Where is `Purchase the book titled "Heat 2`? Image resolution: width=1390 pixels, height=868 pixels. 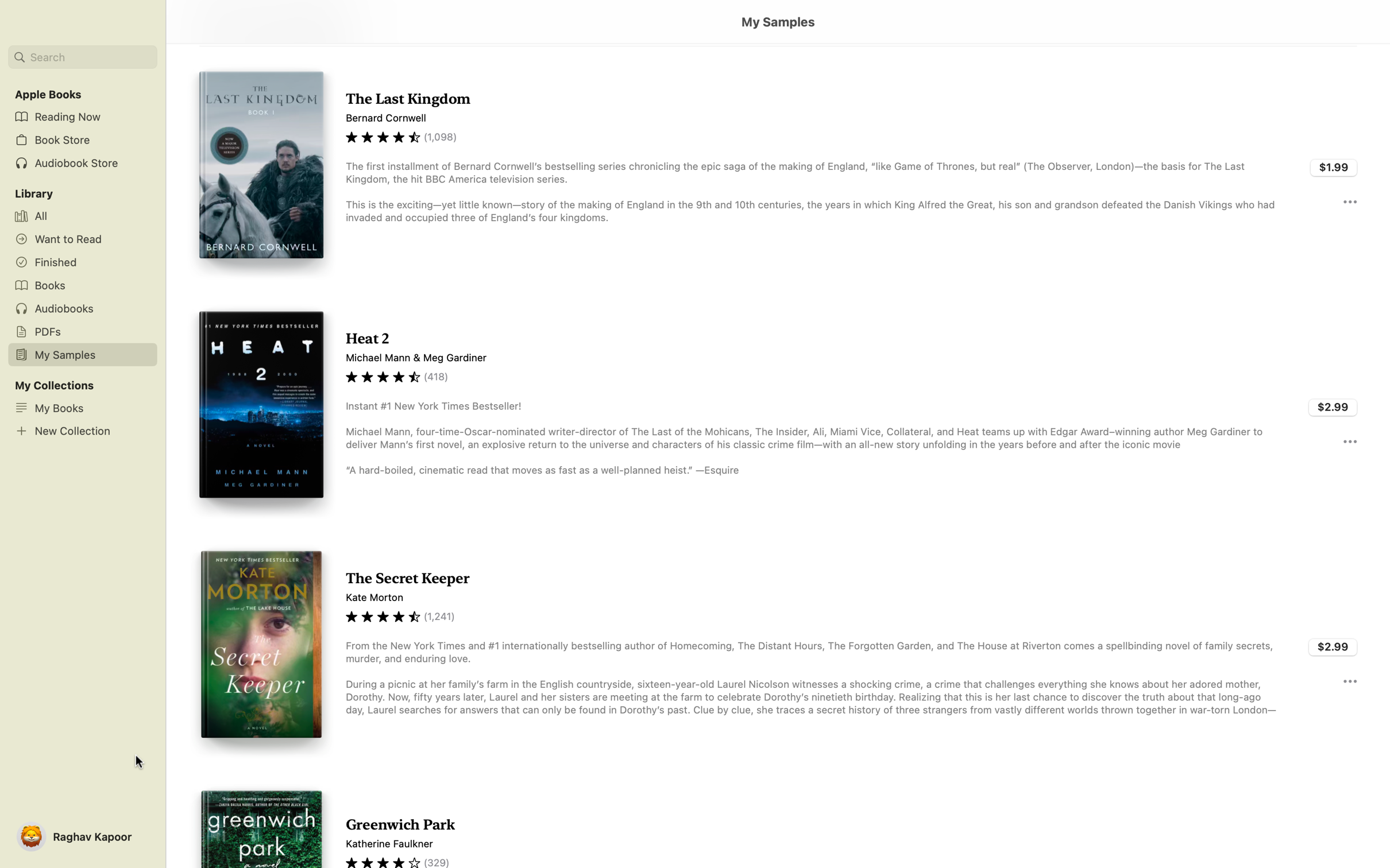 Purchase the book titled "Heat 2 is located at coordinates (1333, 406).